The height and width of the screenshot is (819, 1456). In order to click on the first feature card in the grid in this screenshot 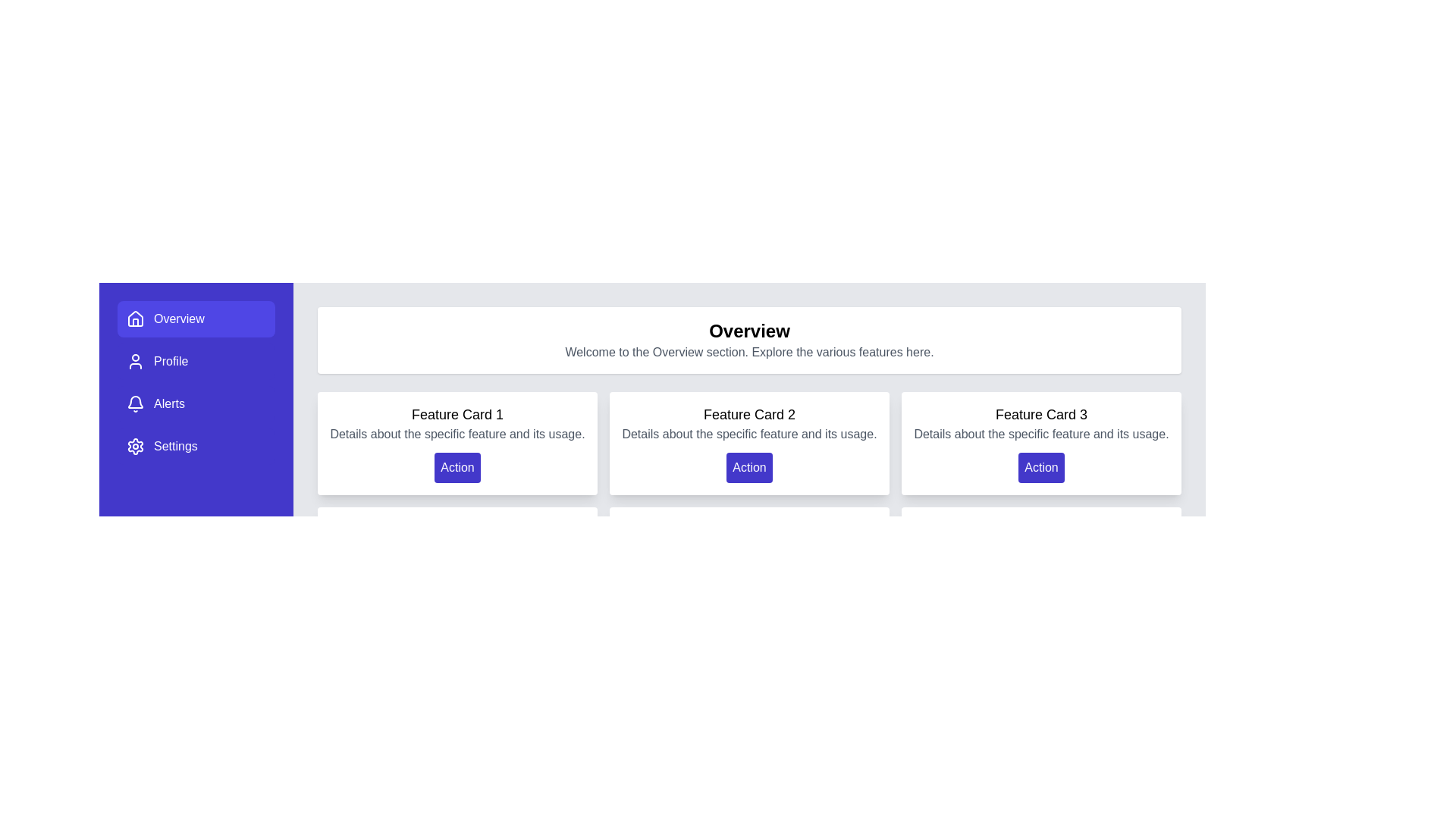, I will do `click(457, 444)`.